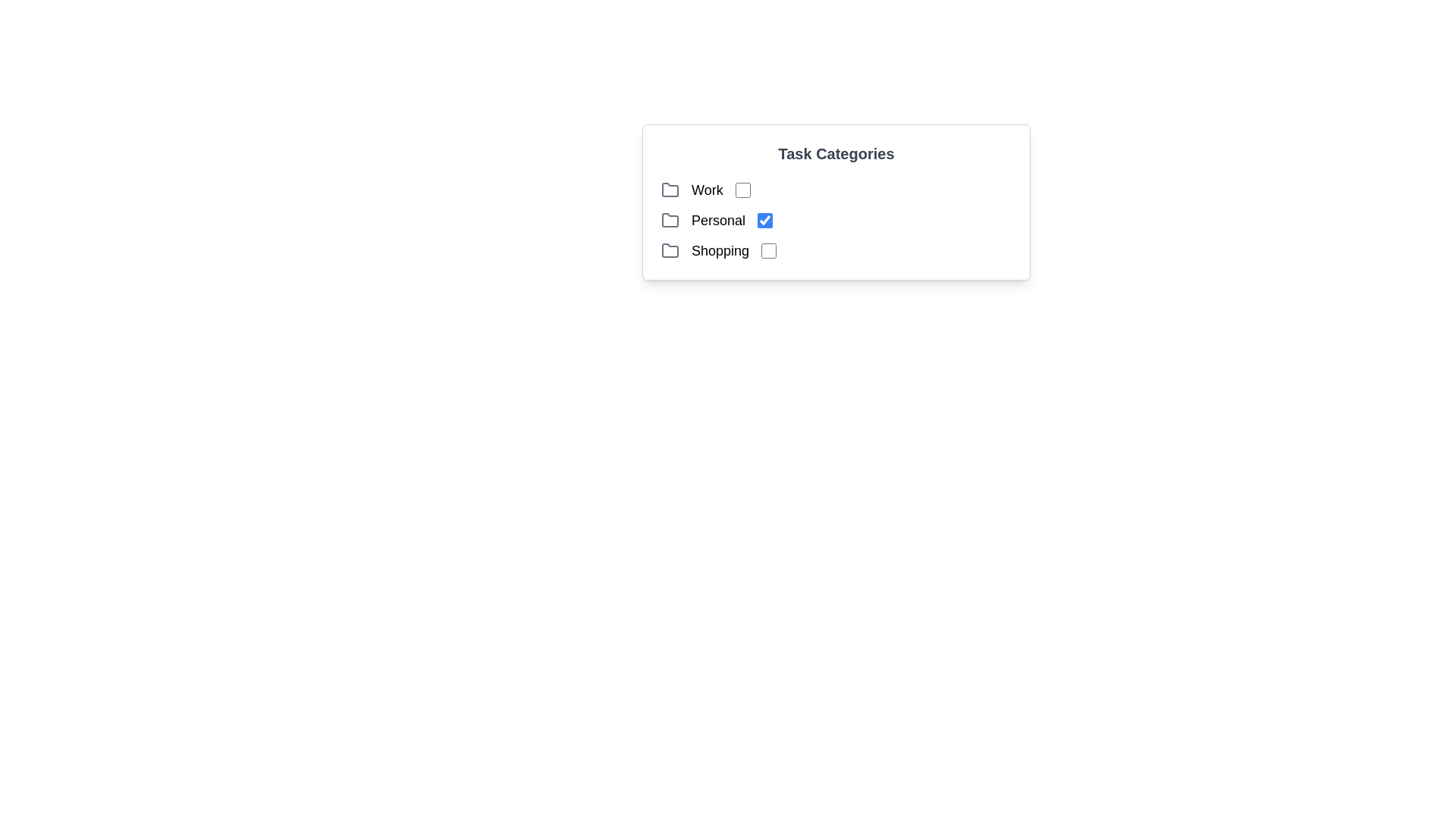 The height and width of the screenshot is (819, 1456). Describe the element at coordinates (836, 220) in the screenshot. I see `the 'Personal' task category row with checkbox` at that location.